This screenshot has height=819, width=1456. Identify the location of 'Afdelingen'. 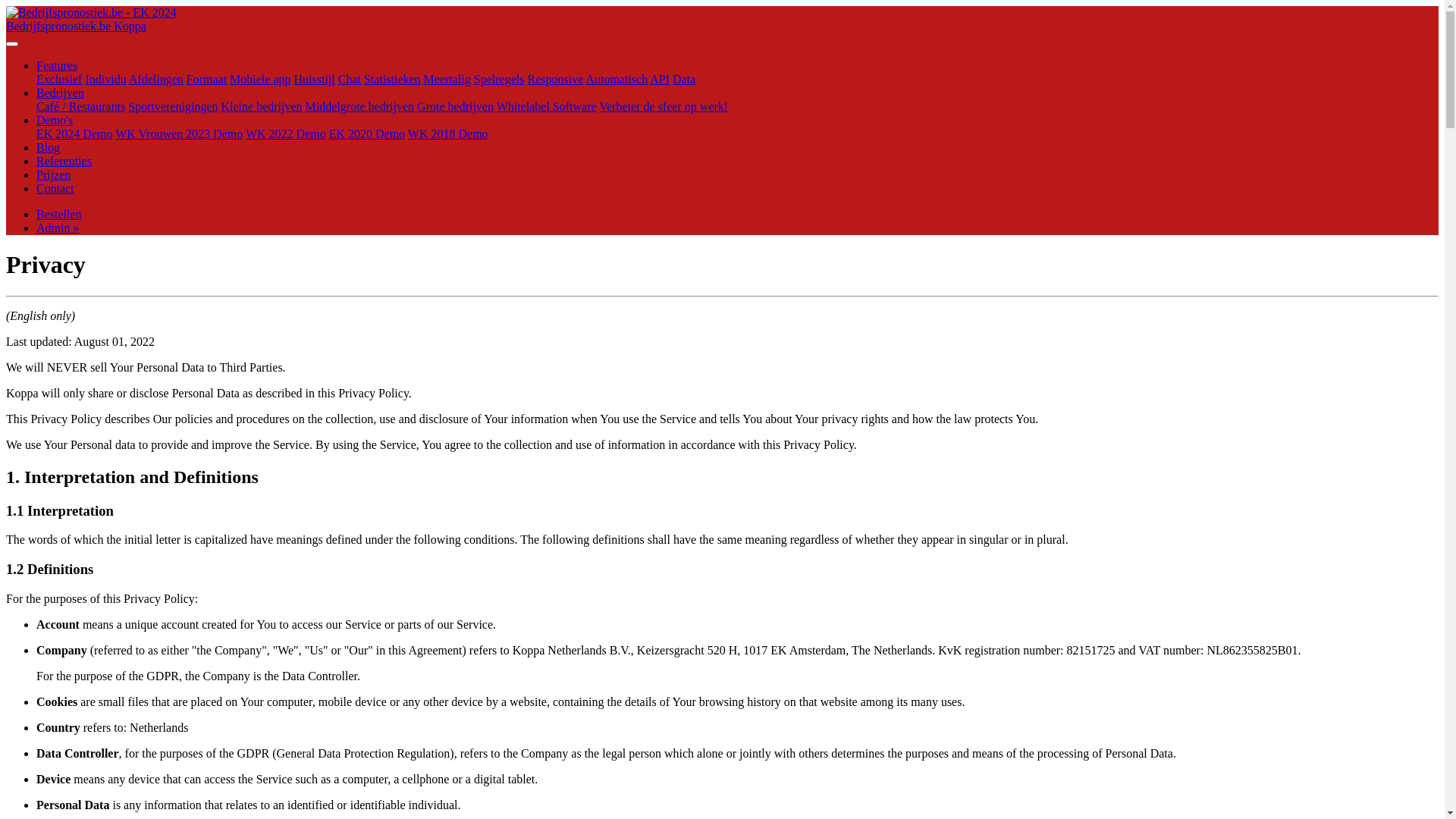
(128, 79).